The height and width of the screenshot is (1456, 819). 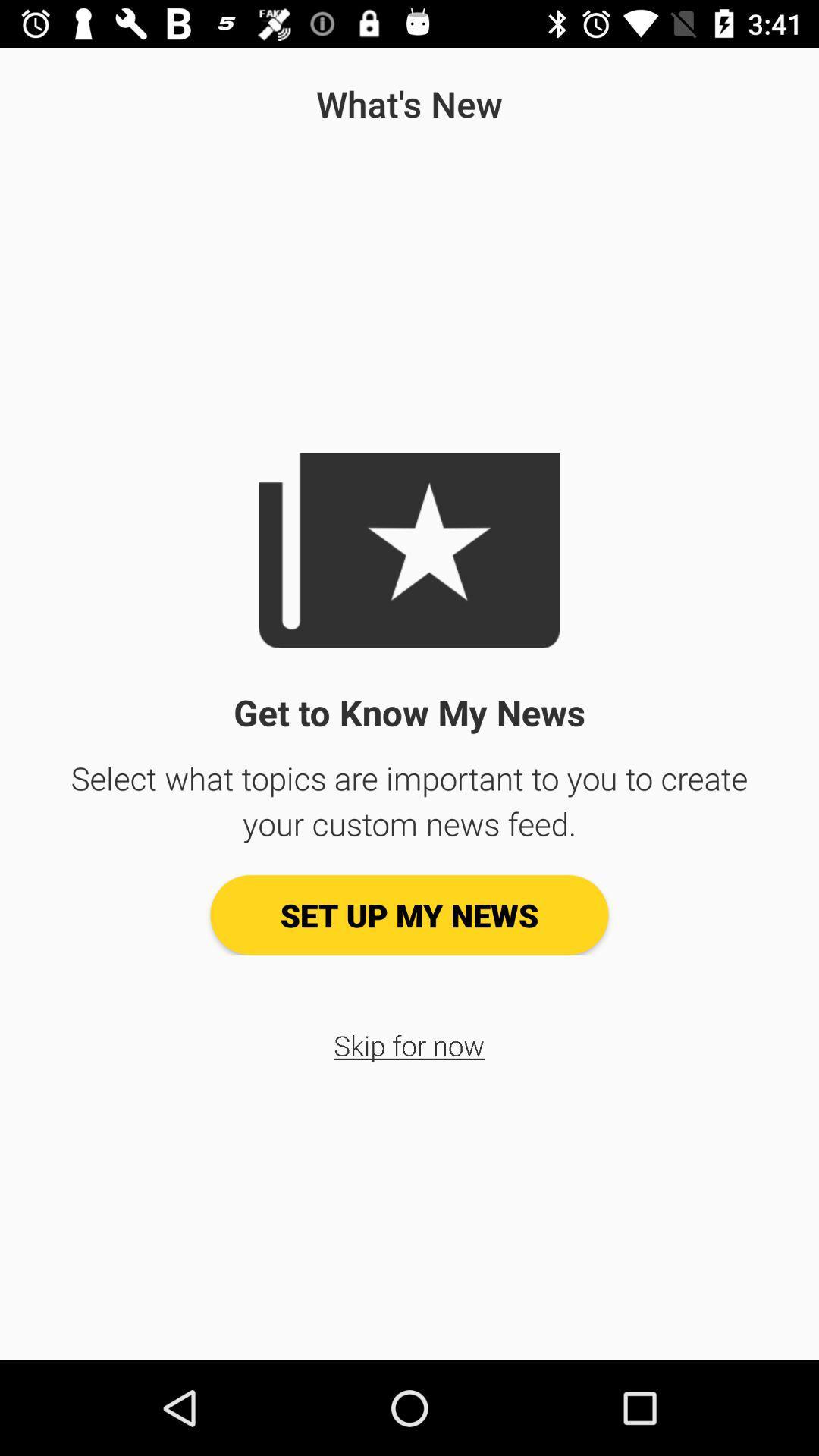 I want to click on set up my button, so click(x=409, y=914).